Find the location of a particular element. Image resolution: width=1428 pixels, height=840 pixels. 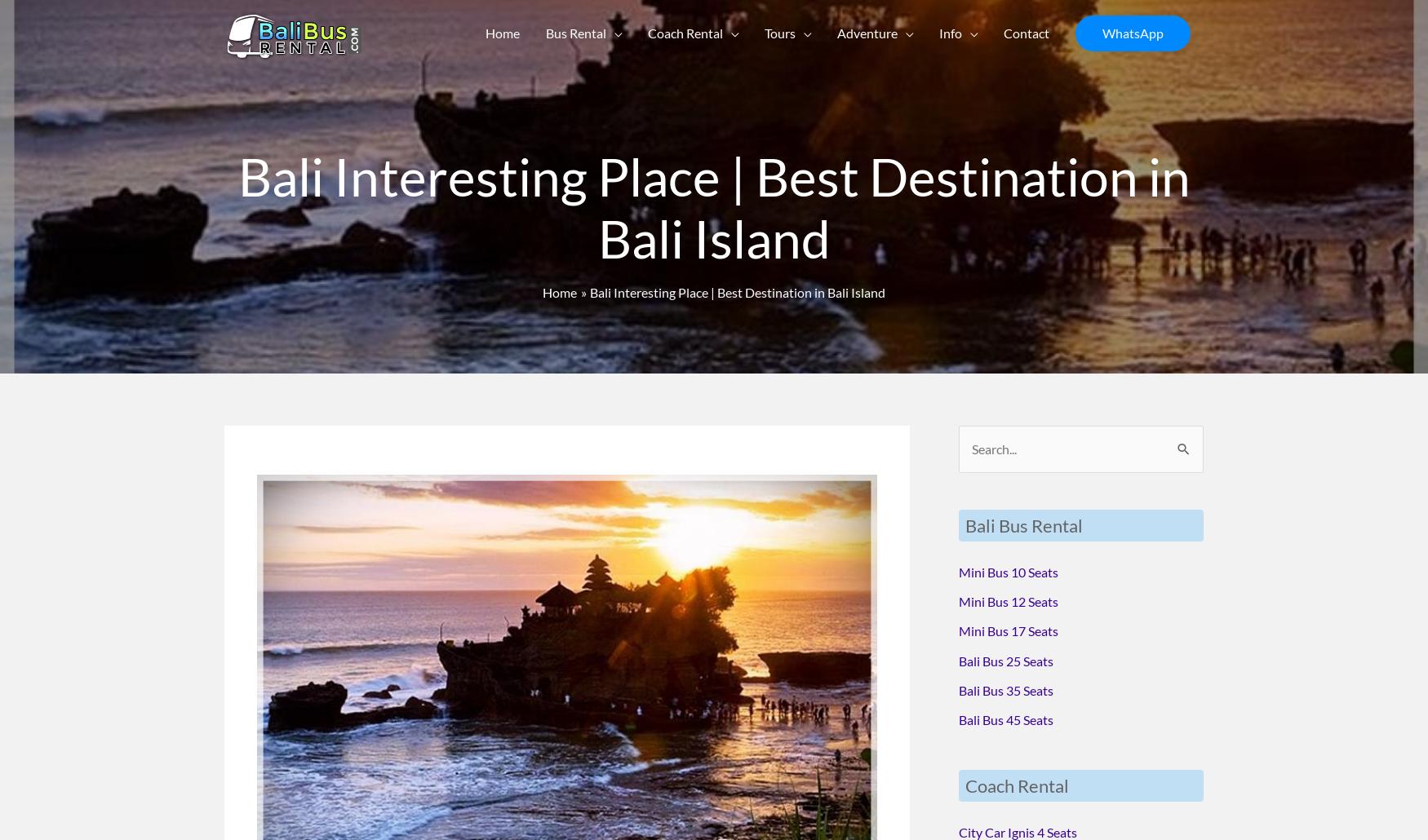

'Bali Bus 25 Seats' is located at coordinates (957, 659).